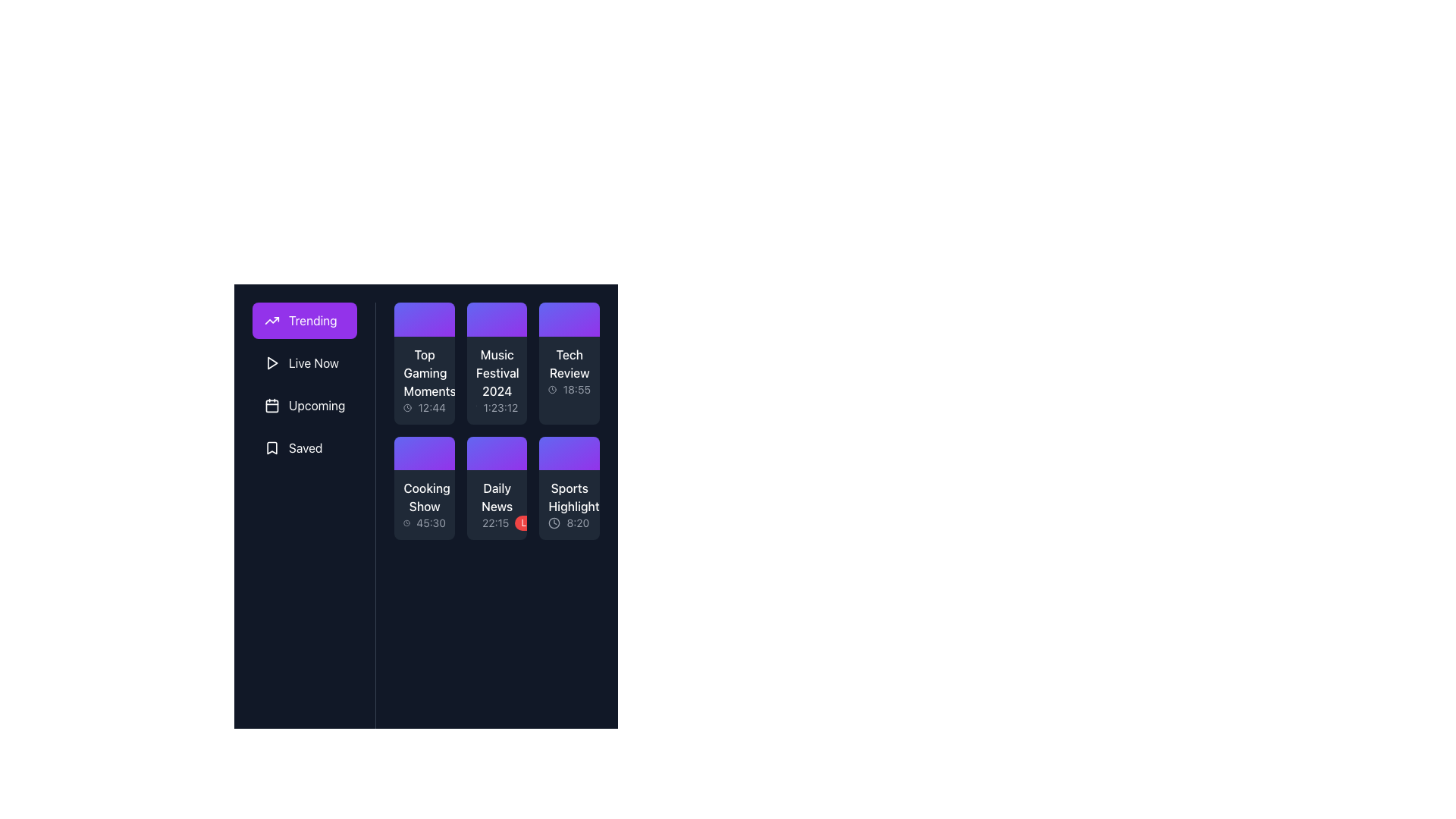  Describe the element at coordinates (425, 406) in the screenshot. I see `the text label with a clock icon displaying the duration or timestamp associated with the 'Top Gaming Moments' card located in the 'Trending' section` at that location.